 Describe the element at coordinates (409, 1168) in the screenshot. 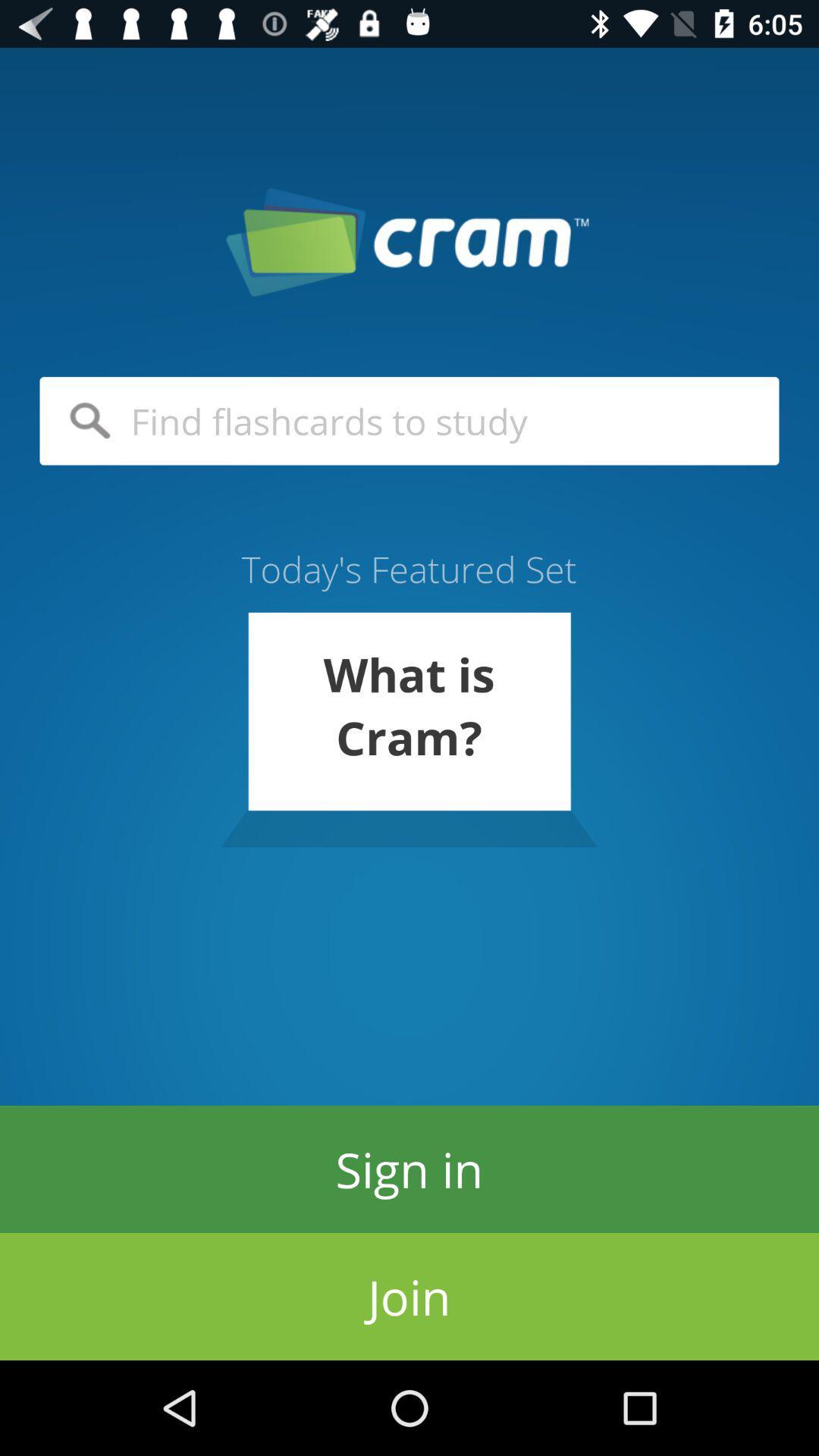

I see `the sign in item` at that location.